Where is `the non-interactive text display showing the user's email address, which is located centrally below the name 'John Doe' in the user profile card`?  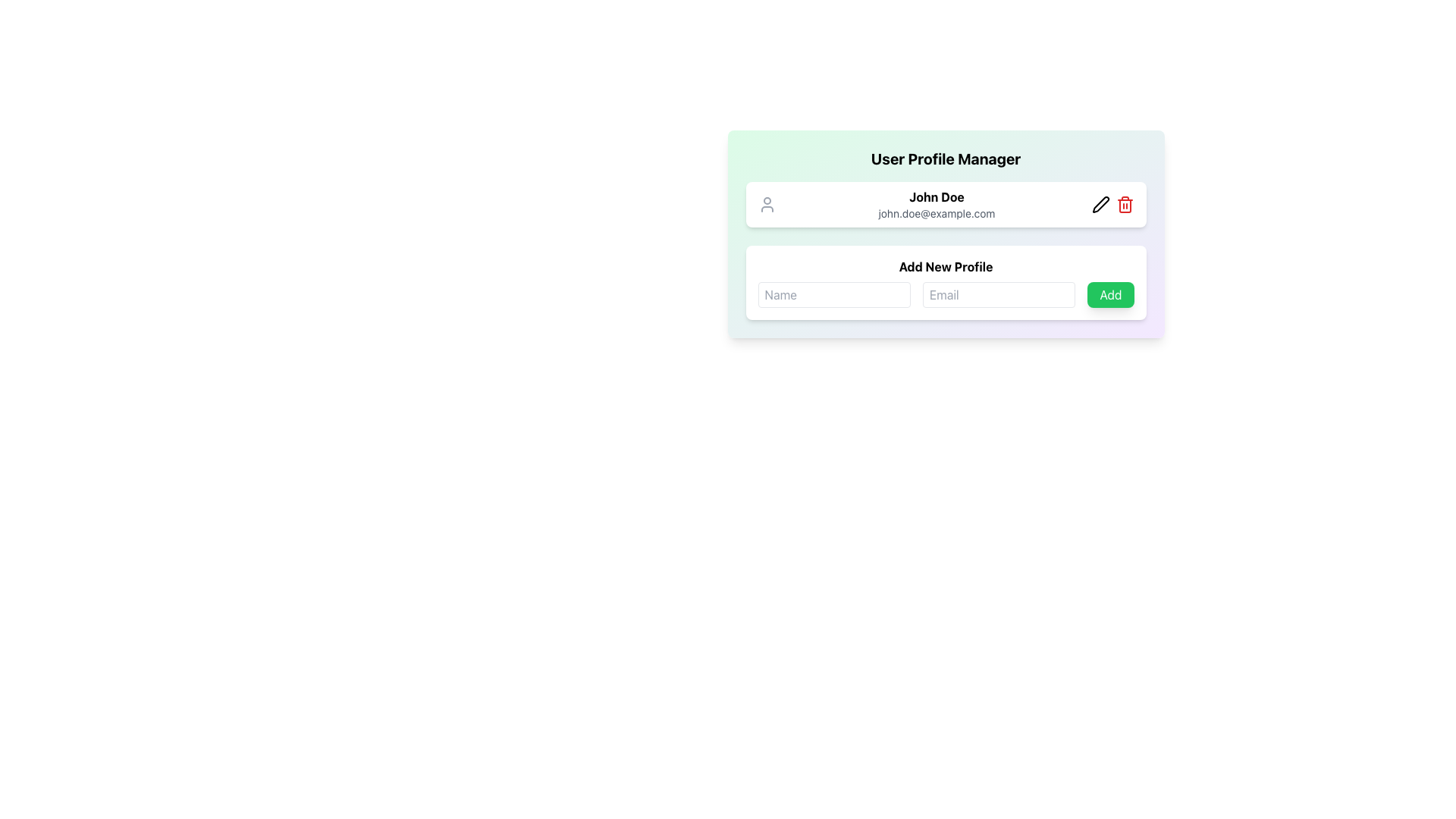 the non-interactive text display showing the user's email address, which is located centrally below the name 'John Doe' in the user profile card is located at coordinates (936, 213).